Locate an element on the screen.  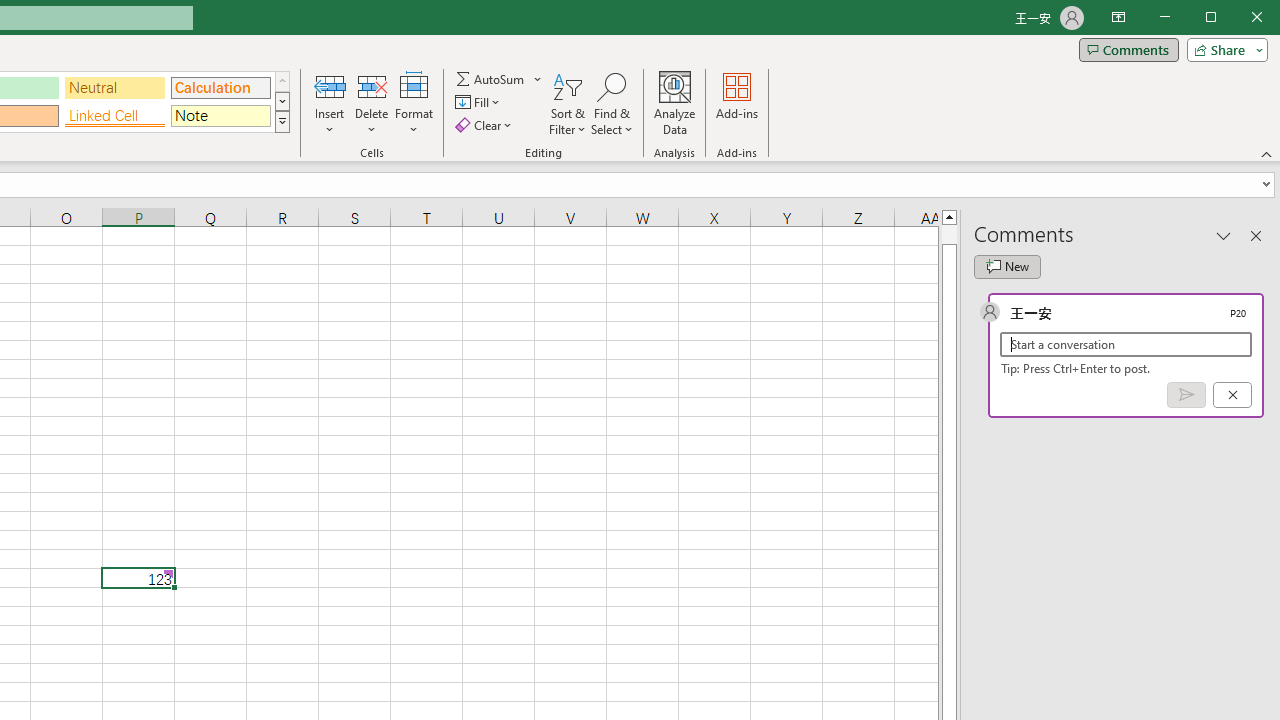
'Fill' is located at coordinates (478, 102).